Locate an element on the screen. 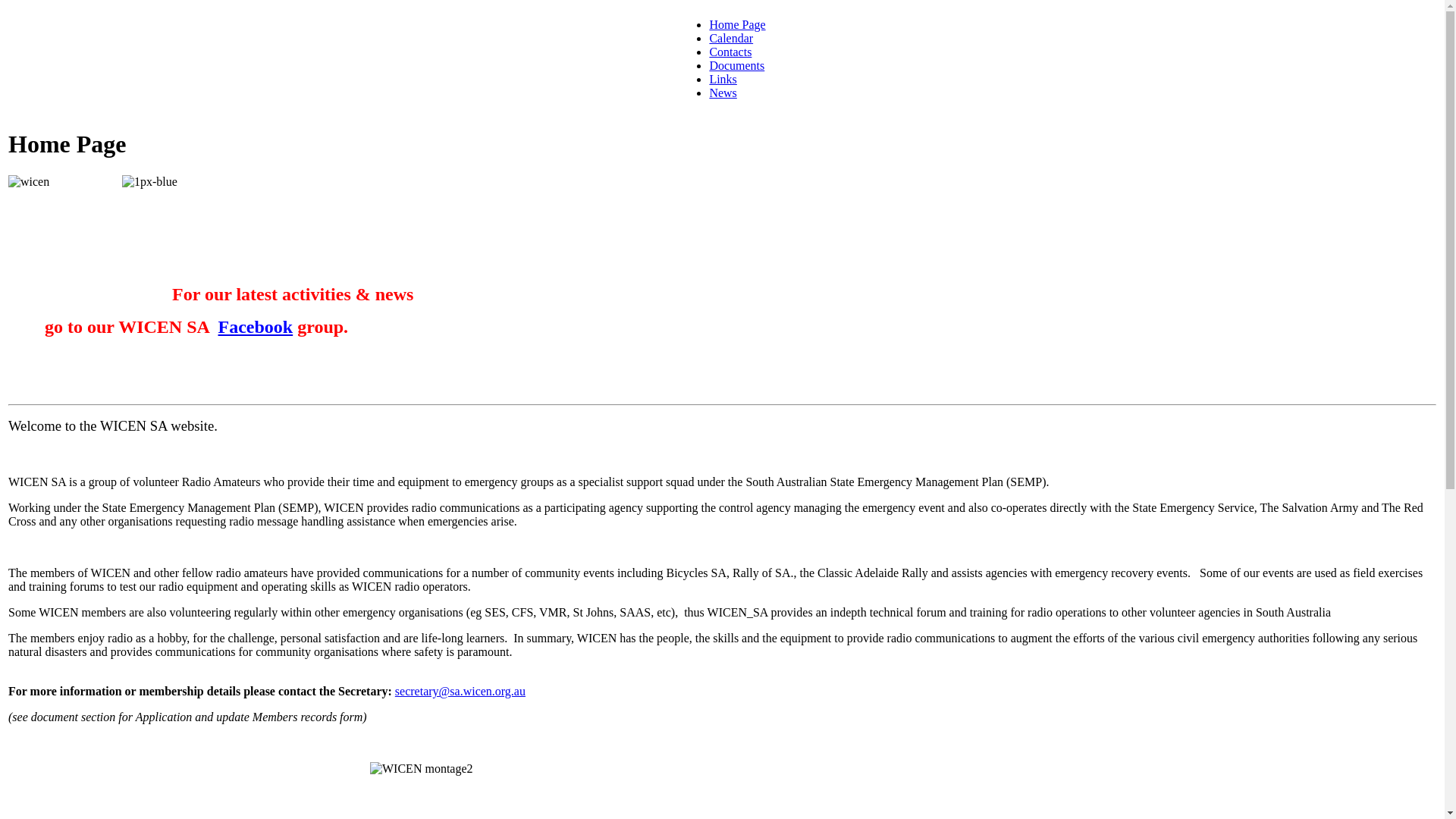  'Facebook' is located at coordinates (256, 326).